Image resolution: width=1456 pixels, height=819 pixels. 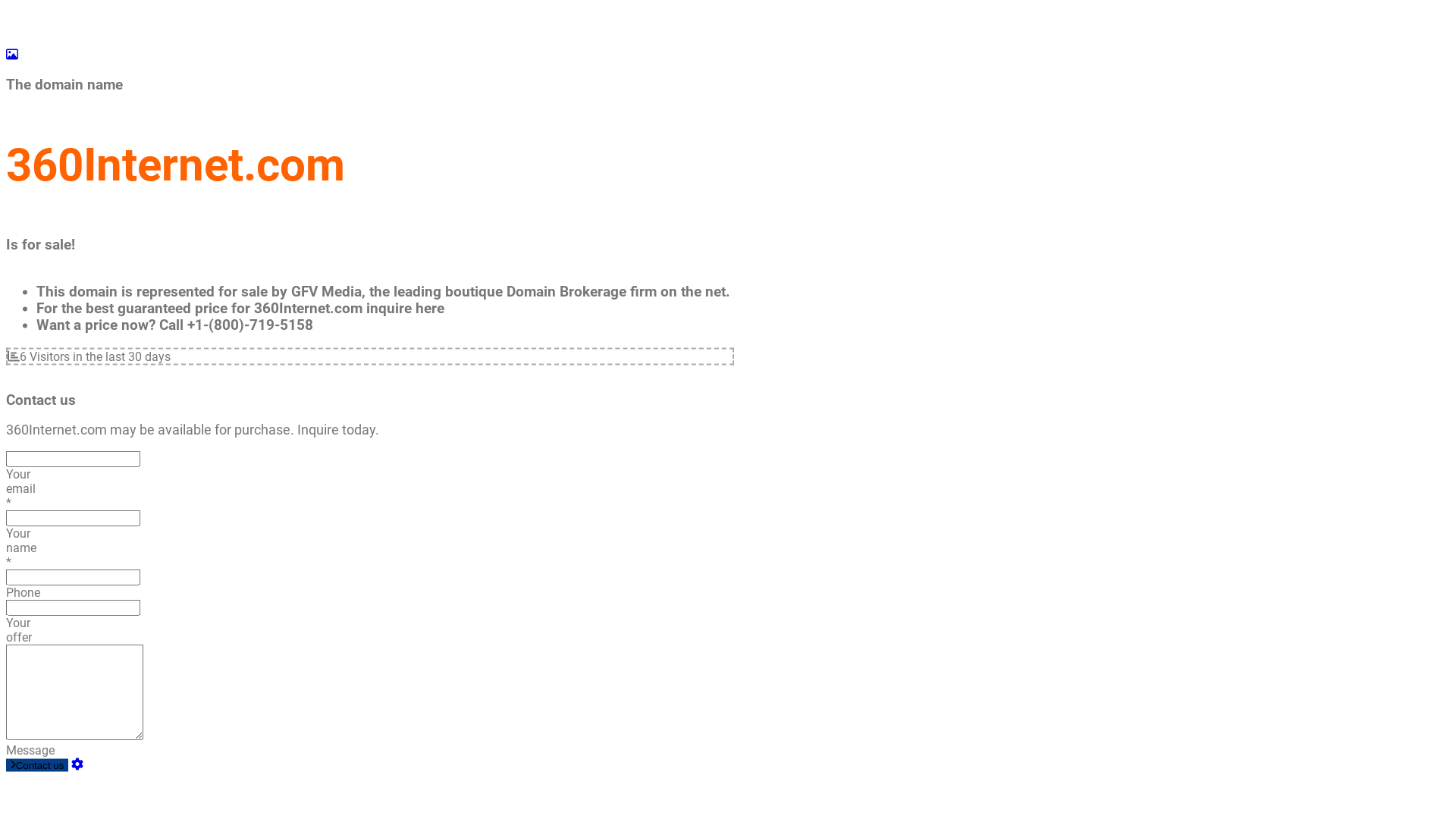 What do you see at coordinates (36, 764) in the screenshot?
I see `'Contact us'` at bounding box center [36, 764].